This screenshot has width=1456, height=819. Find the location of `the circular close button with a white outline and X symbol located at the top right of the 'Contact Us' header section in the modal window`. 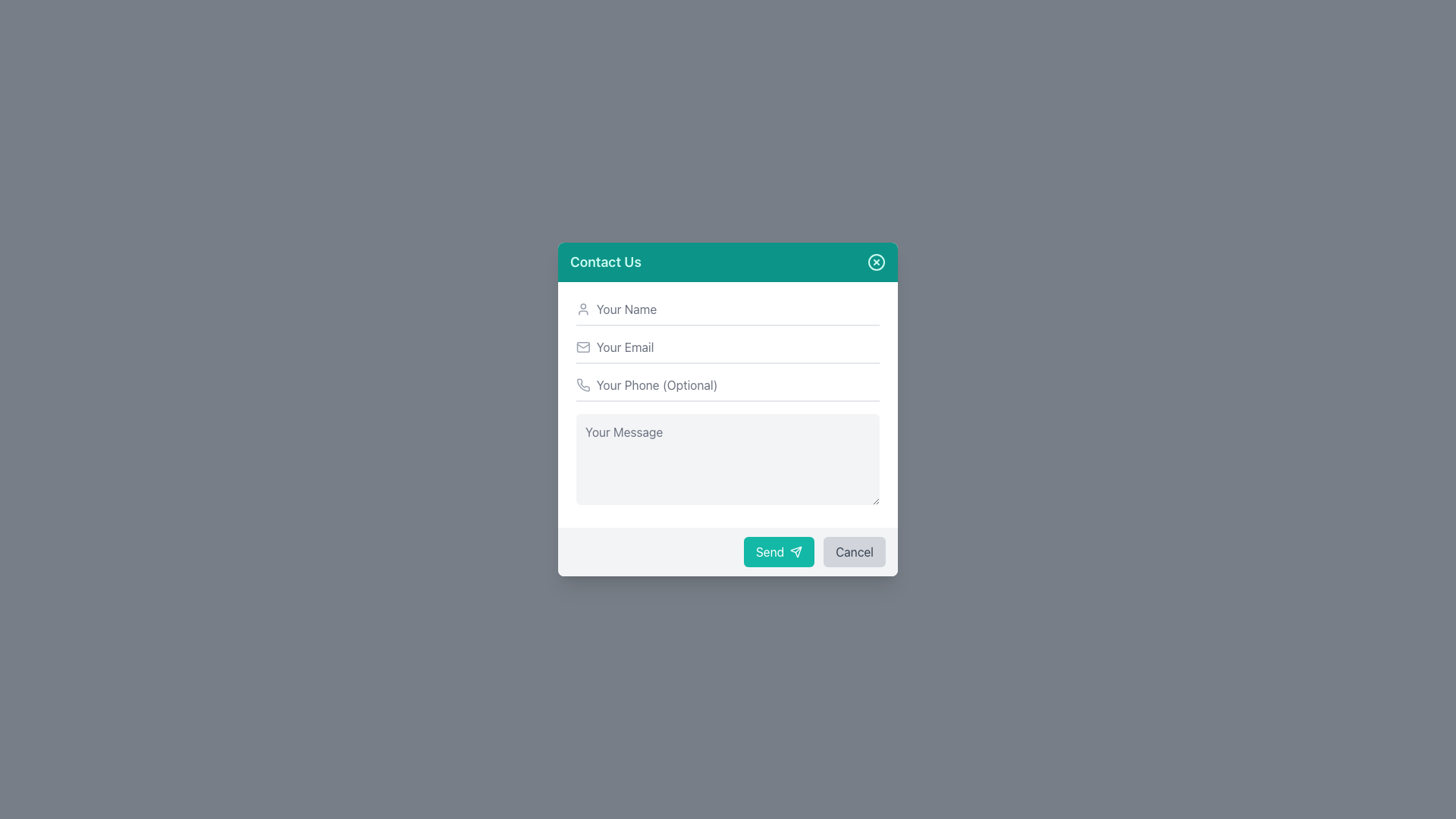

the circular close button with a white outline and X symbol located at the top right of the 'Contact Us' header section in the modal window is located at coordinates (877, 262).